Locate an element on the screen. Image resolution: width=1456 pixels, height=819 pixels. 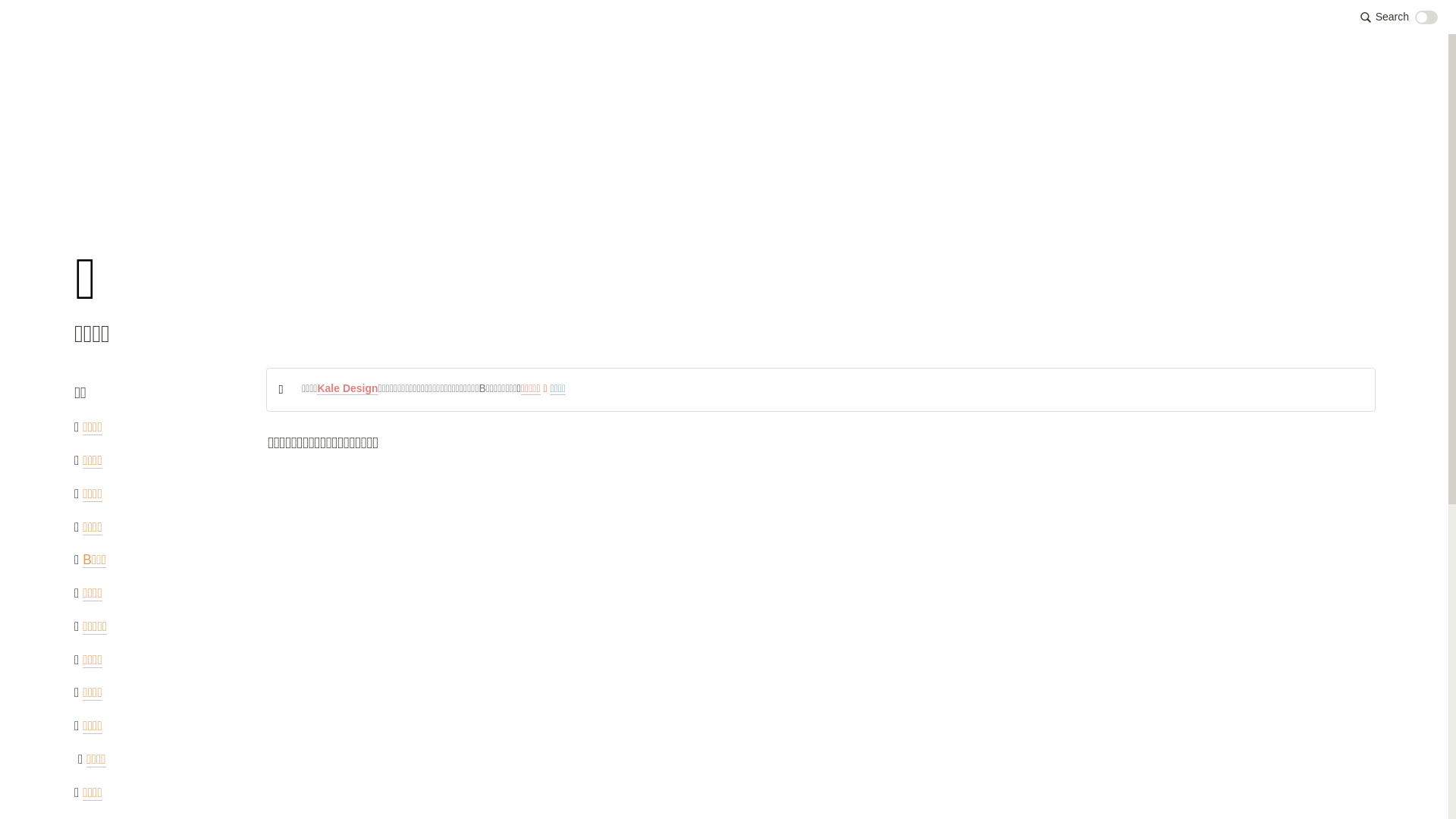
'Change to Dark Mode' is located at coordinates (1426, 17).